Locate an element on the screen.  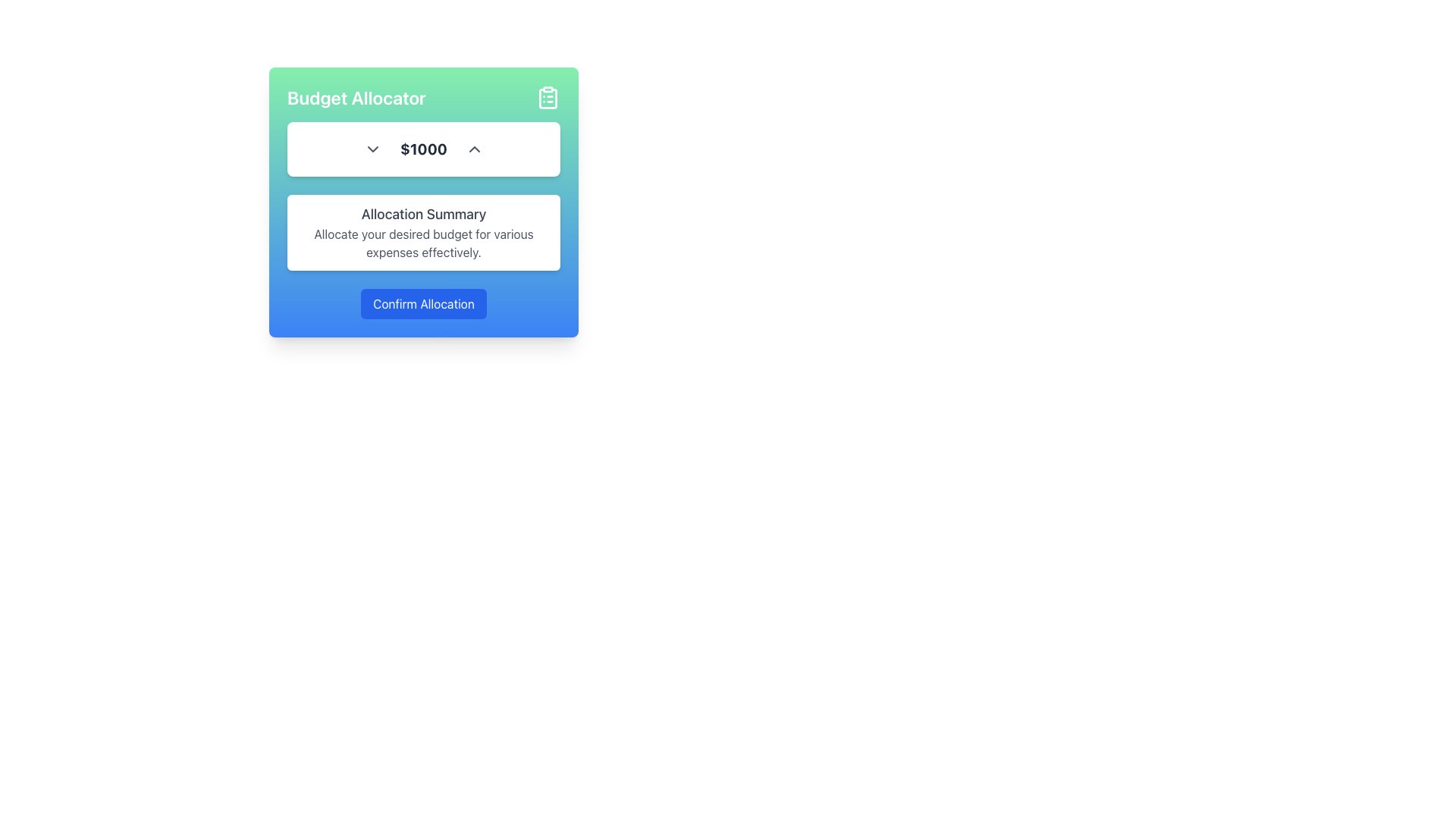
the clipboard icon located in the top right corner of the 'Budget Allocator' panel is located at coordinates (548, 97).